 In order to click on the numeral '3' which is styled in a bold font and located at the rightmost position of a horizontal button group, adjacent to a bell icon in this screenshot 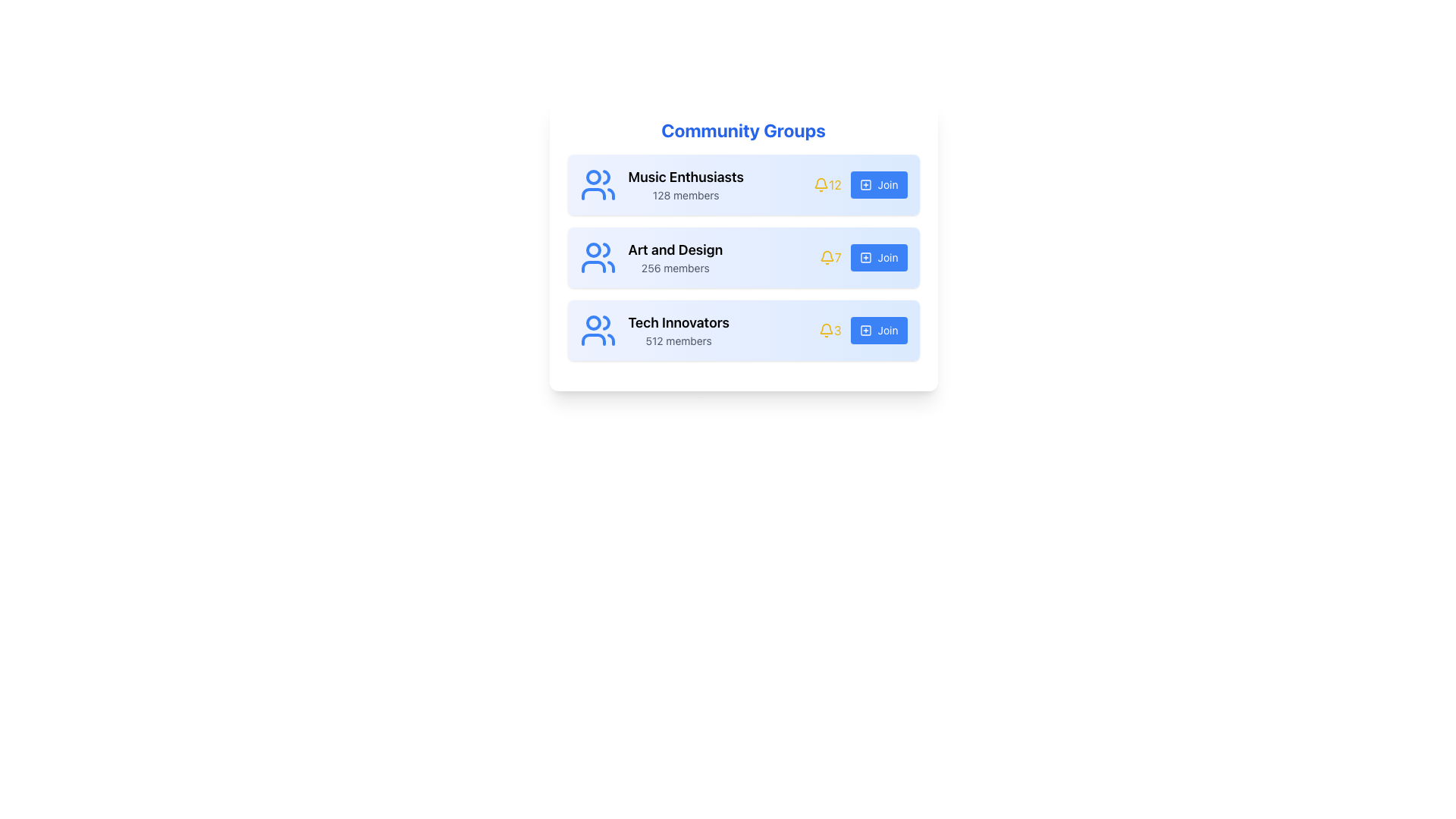, I will do `click(836, 329)`.